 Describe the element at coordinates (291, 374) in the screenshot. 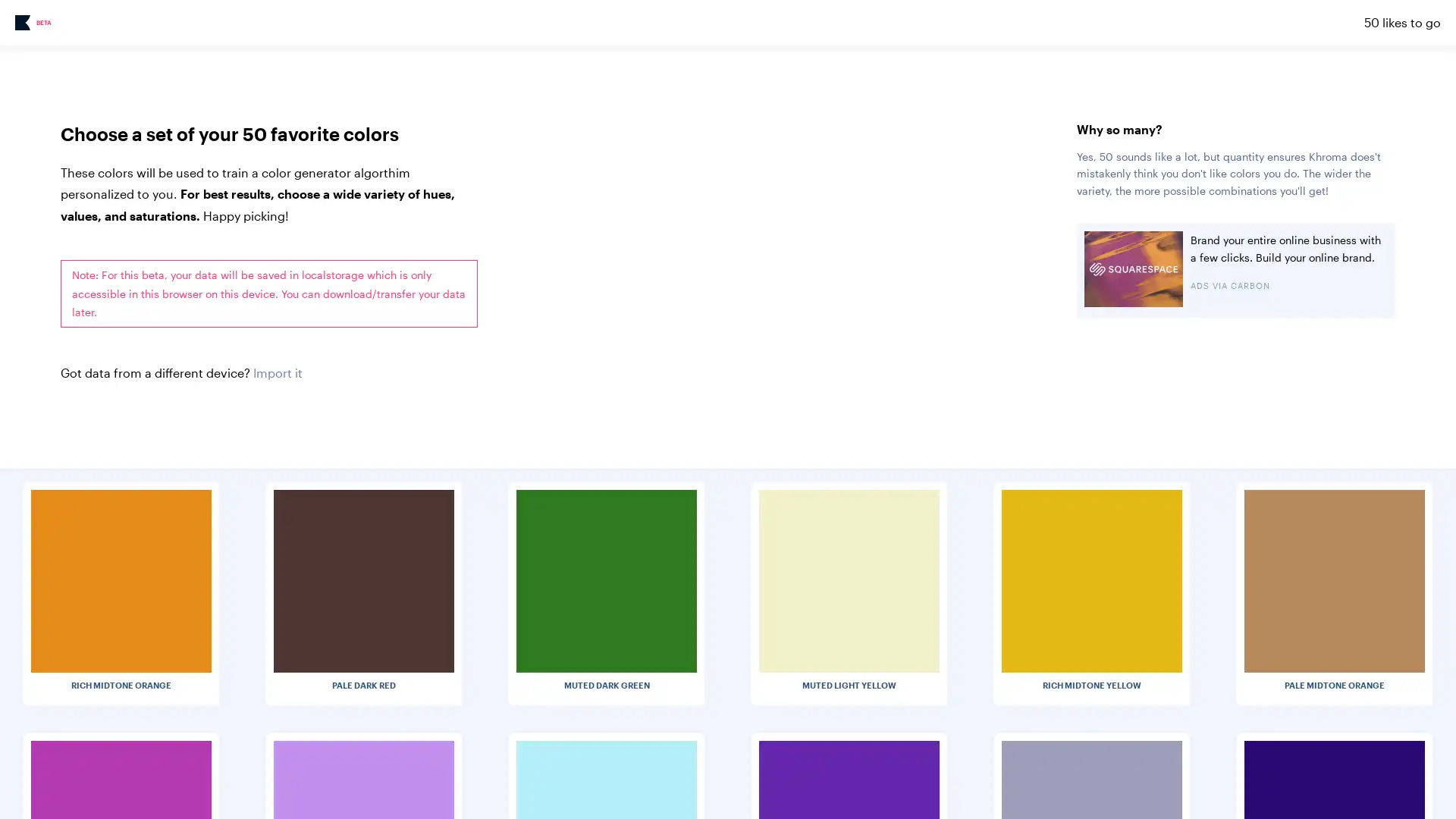

I see `Choose File` at that location.